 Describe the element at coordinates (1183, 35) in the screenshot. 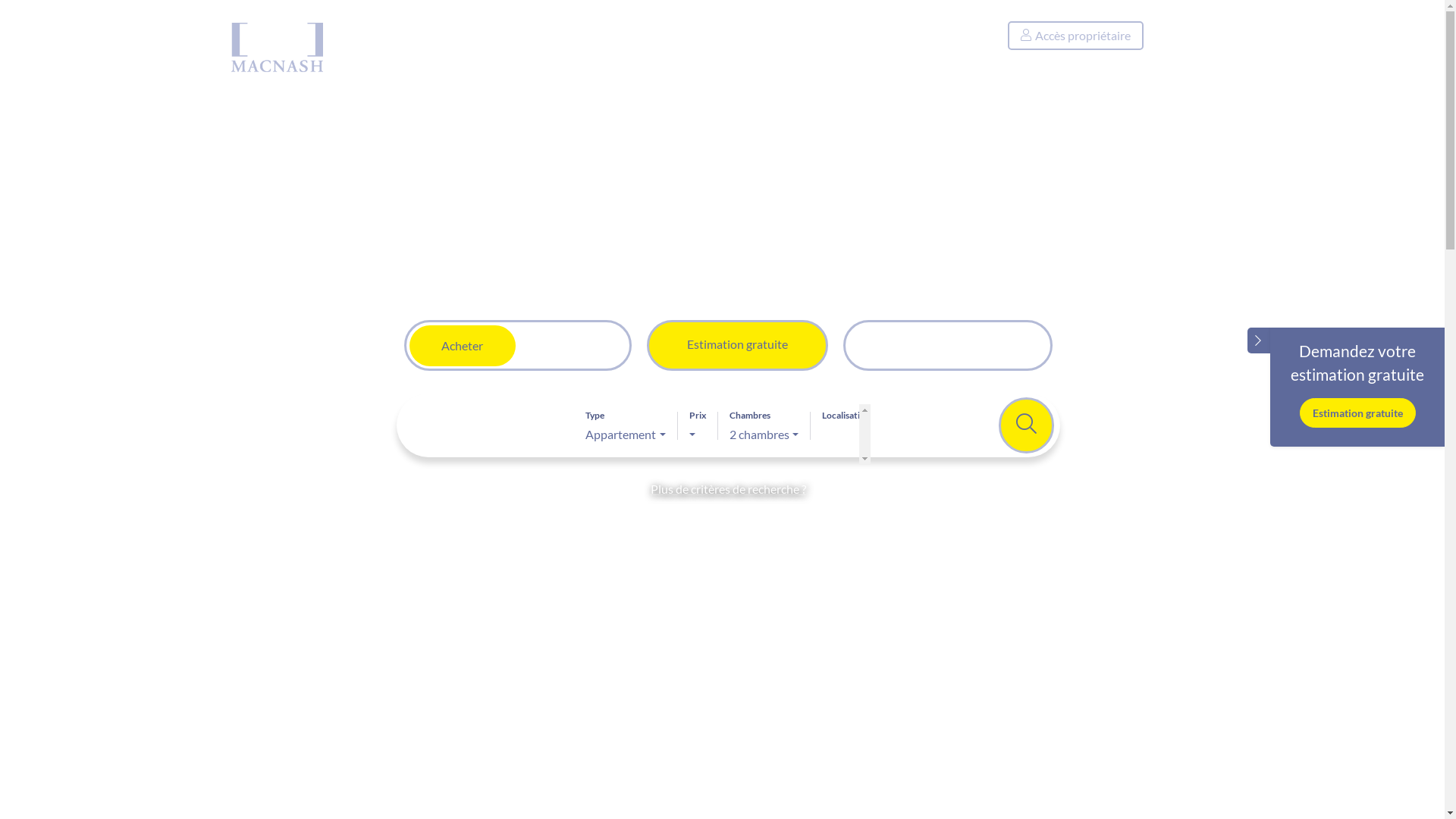

I see `'FR'` at that location.